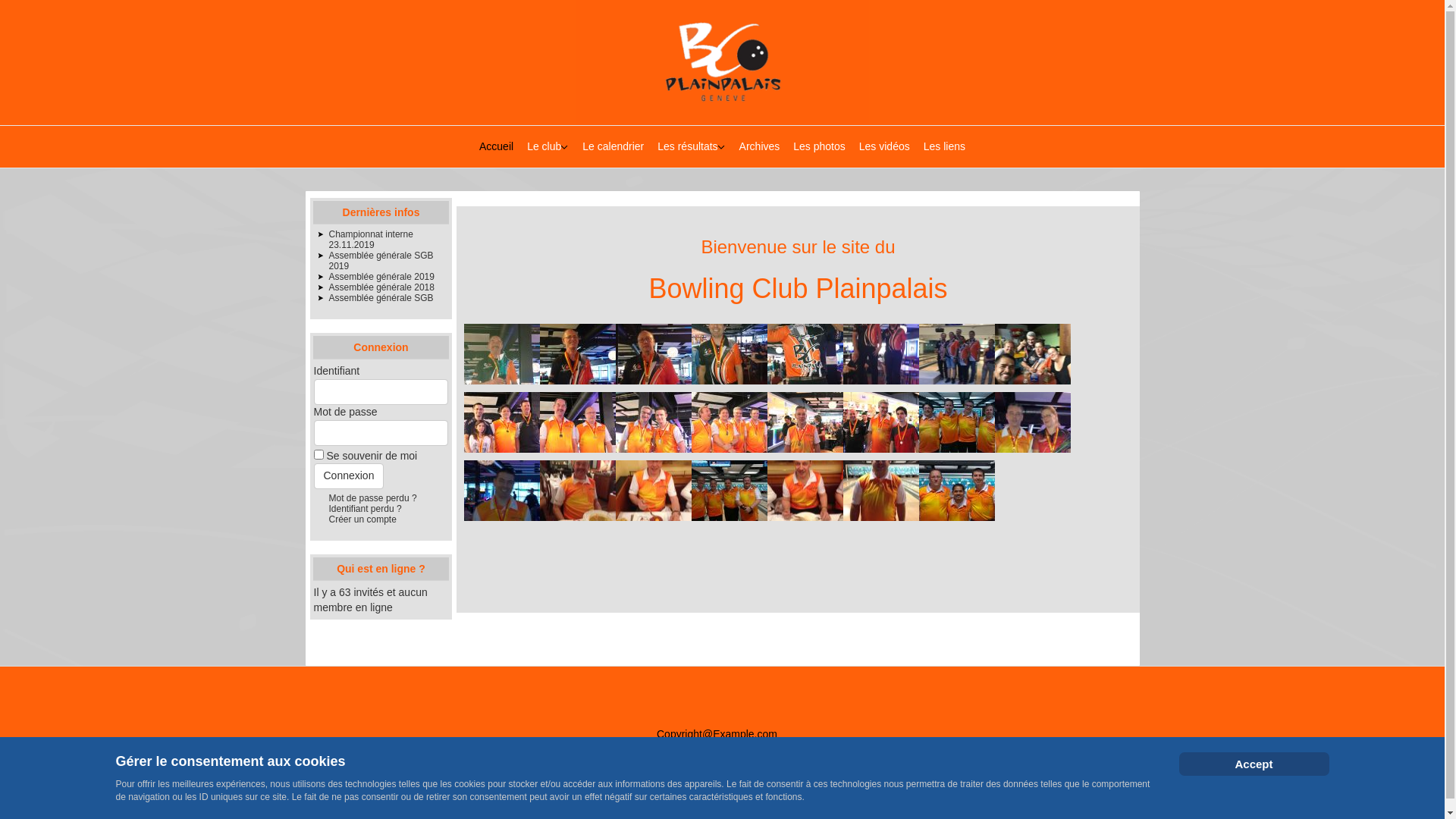 The height and width of the screenshot is (819, 1456). I want to click on 'Le calendrier', so click(613, 146).